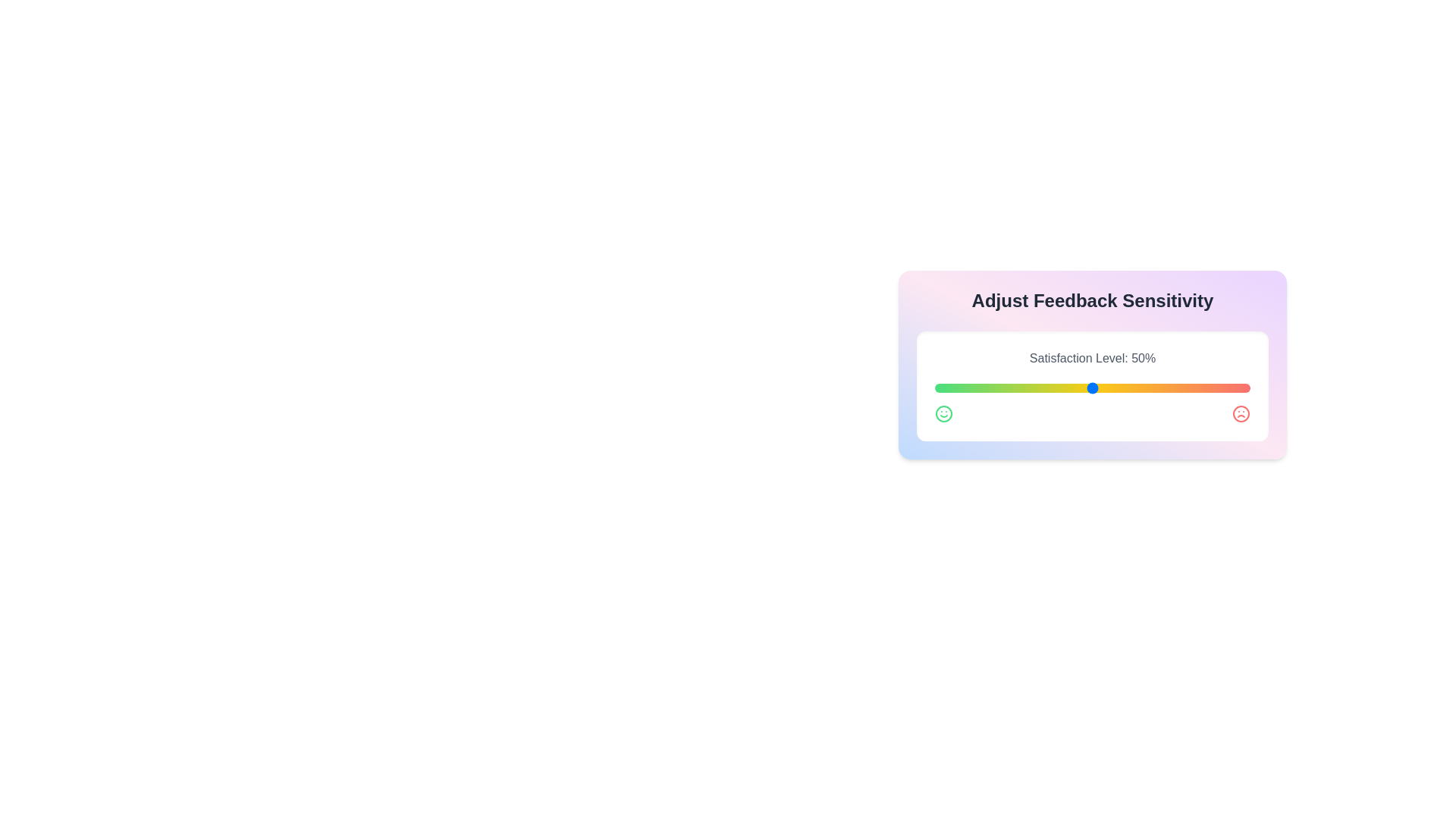  Describe the element at coordinates (1212, 388) in the screenshot. I see `the satisfaction level slider to 88%` at that location.